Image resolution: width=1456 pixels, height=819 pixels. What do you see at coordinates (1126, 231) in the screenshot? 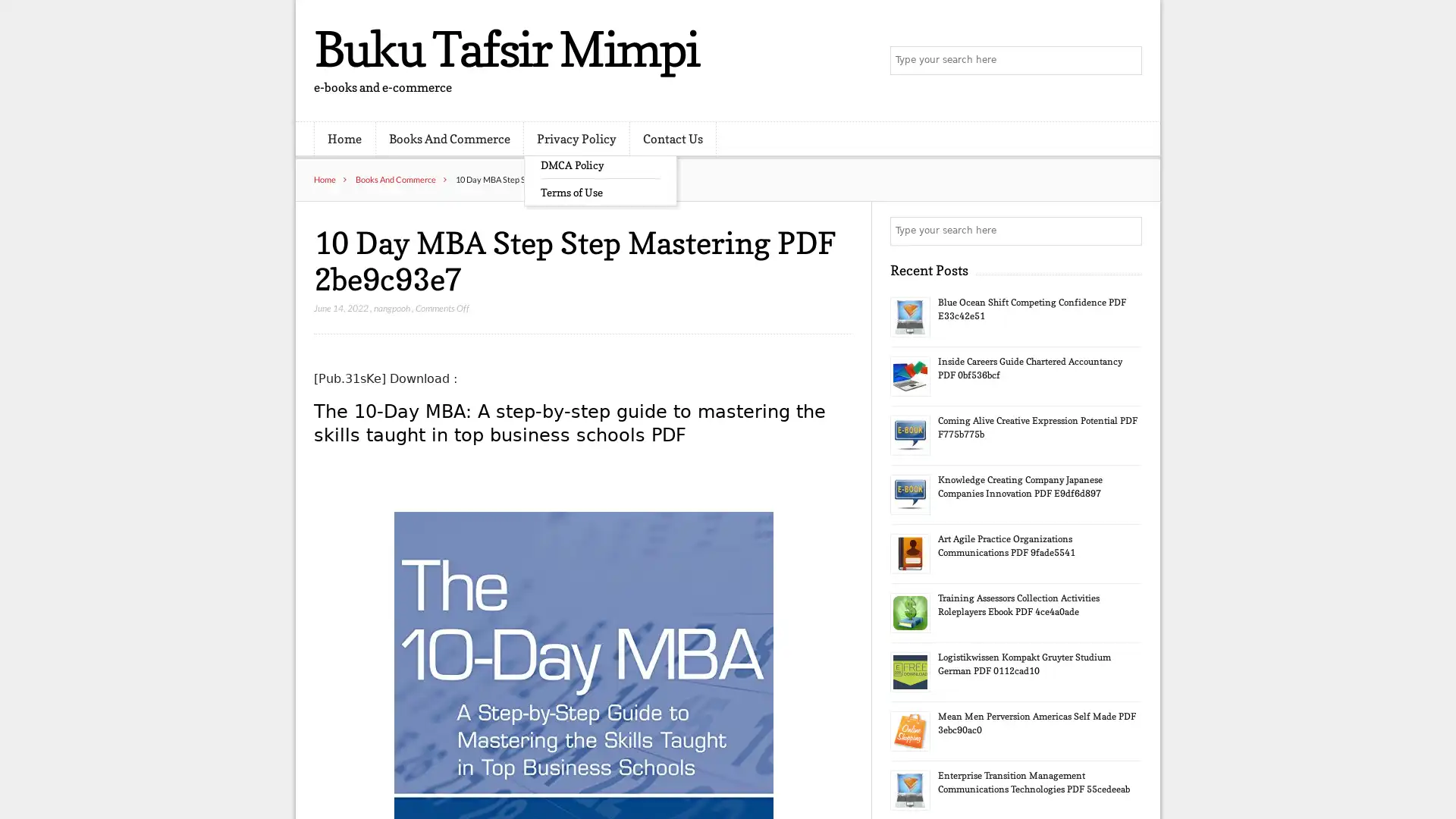
I see `Search` at bounding box center [1126, 231].